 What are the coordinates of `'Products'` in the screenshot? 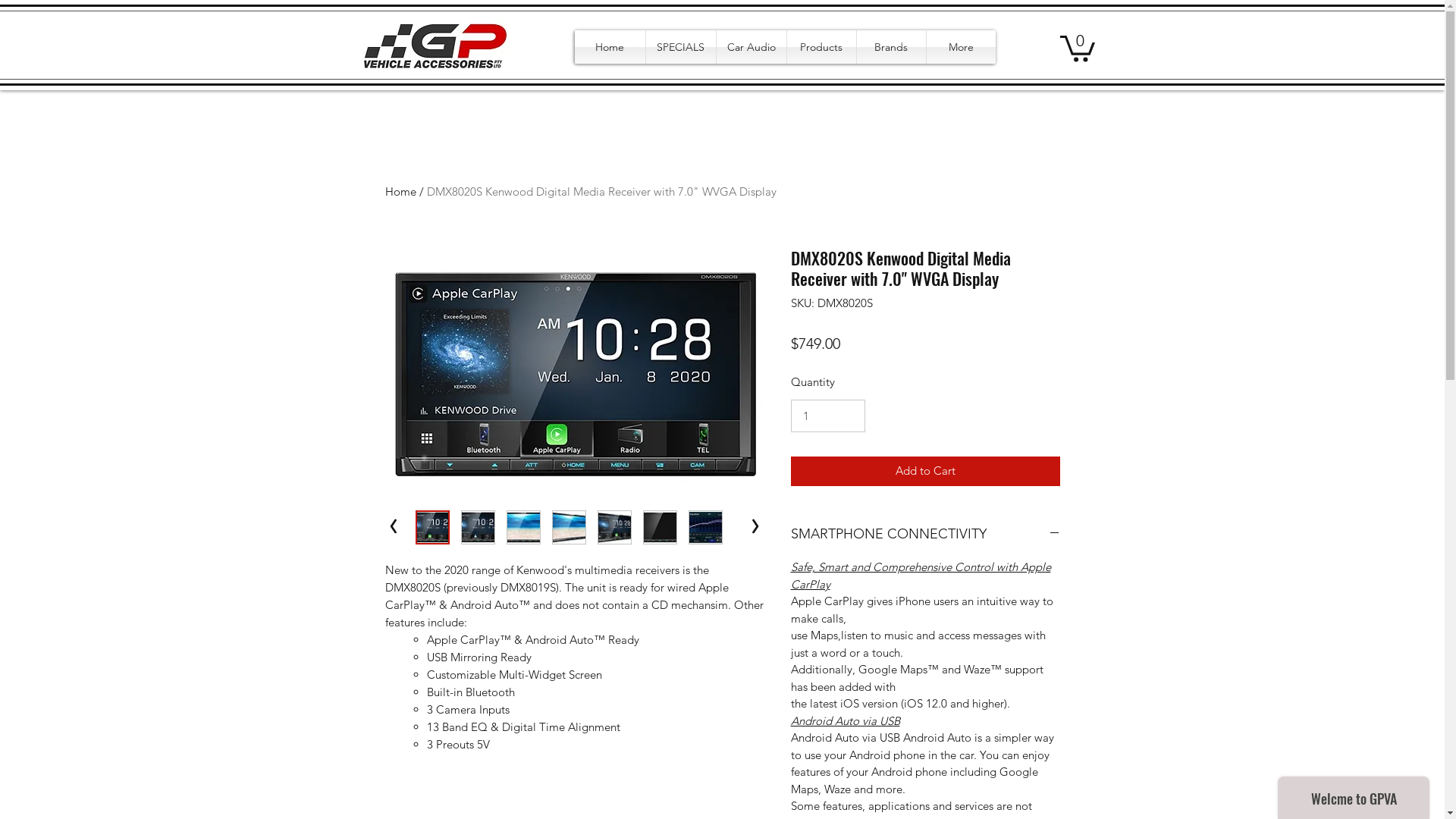 It's located at (821, 45).